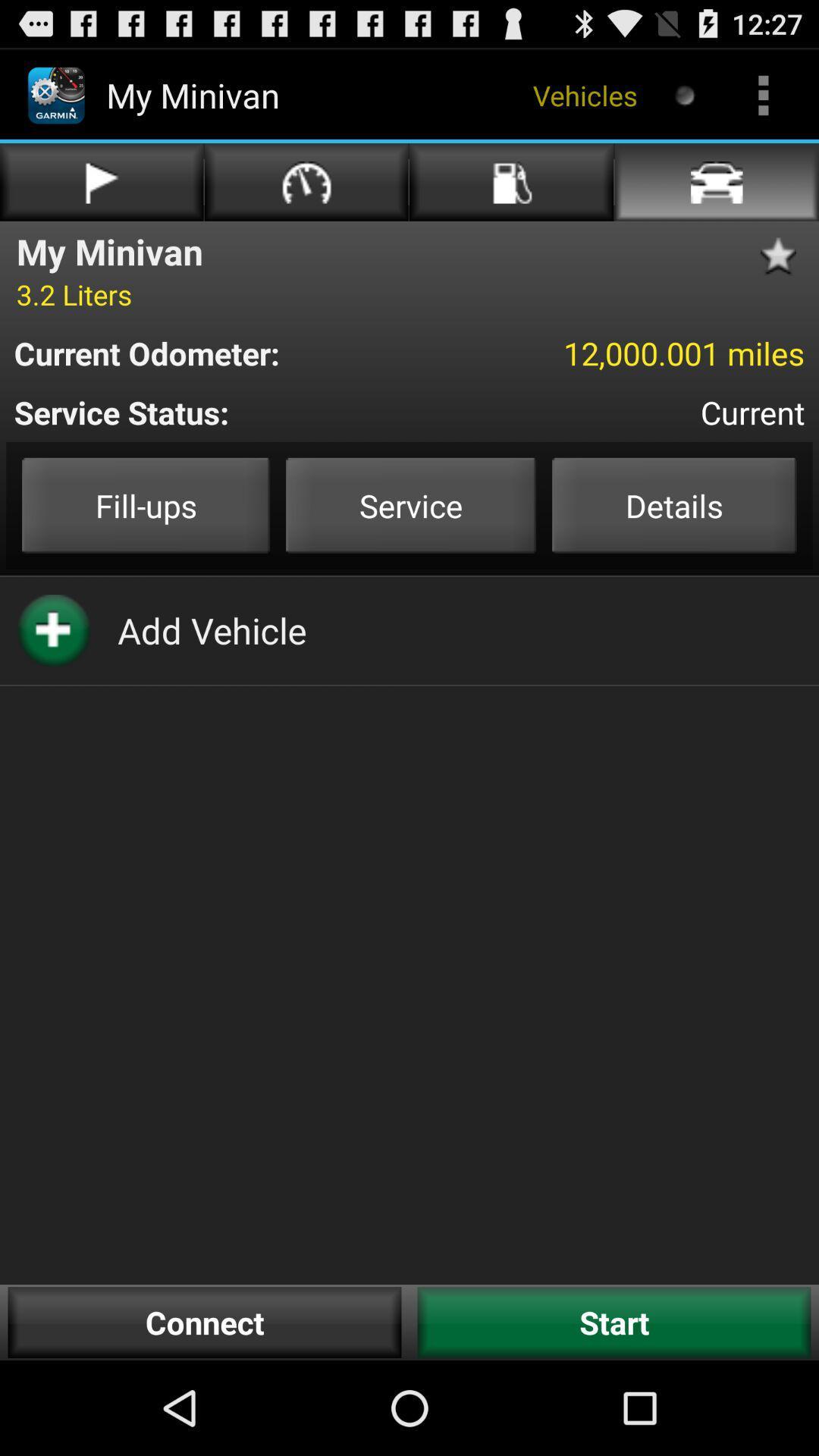 This screenshot has height=1456, width=819. I want to click on connect at the bottom left corner, so click(205, 1322).